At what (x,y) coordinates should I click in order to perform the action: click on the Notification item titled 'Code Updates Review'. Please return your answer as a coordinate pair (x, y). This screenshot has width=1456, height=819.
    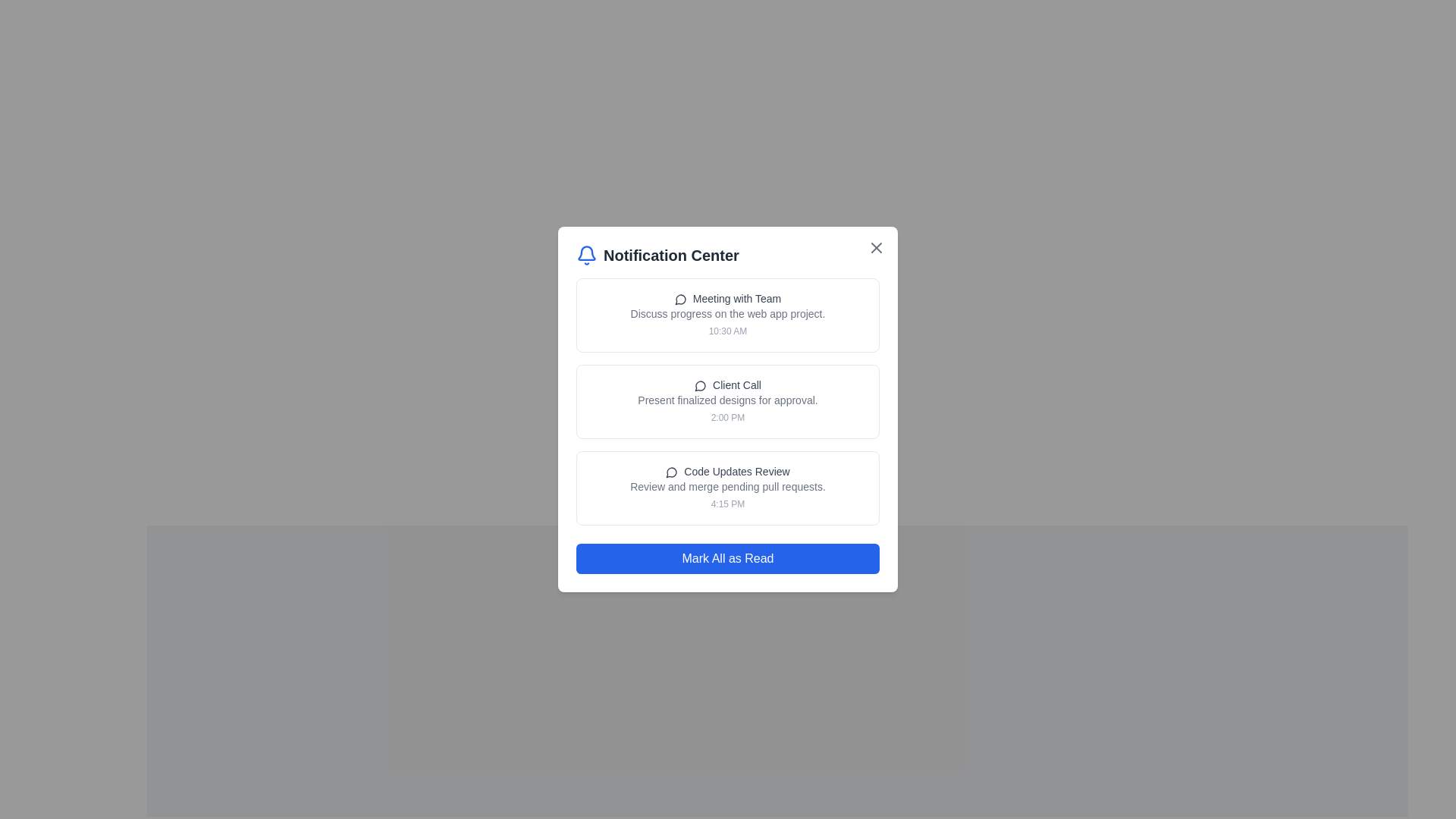
    Looking at the image, I should click on (728, 488).